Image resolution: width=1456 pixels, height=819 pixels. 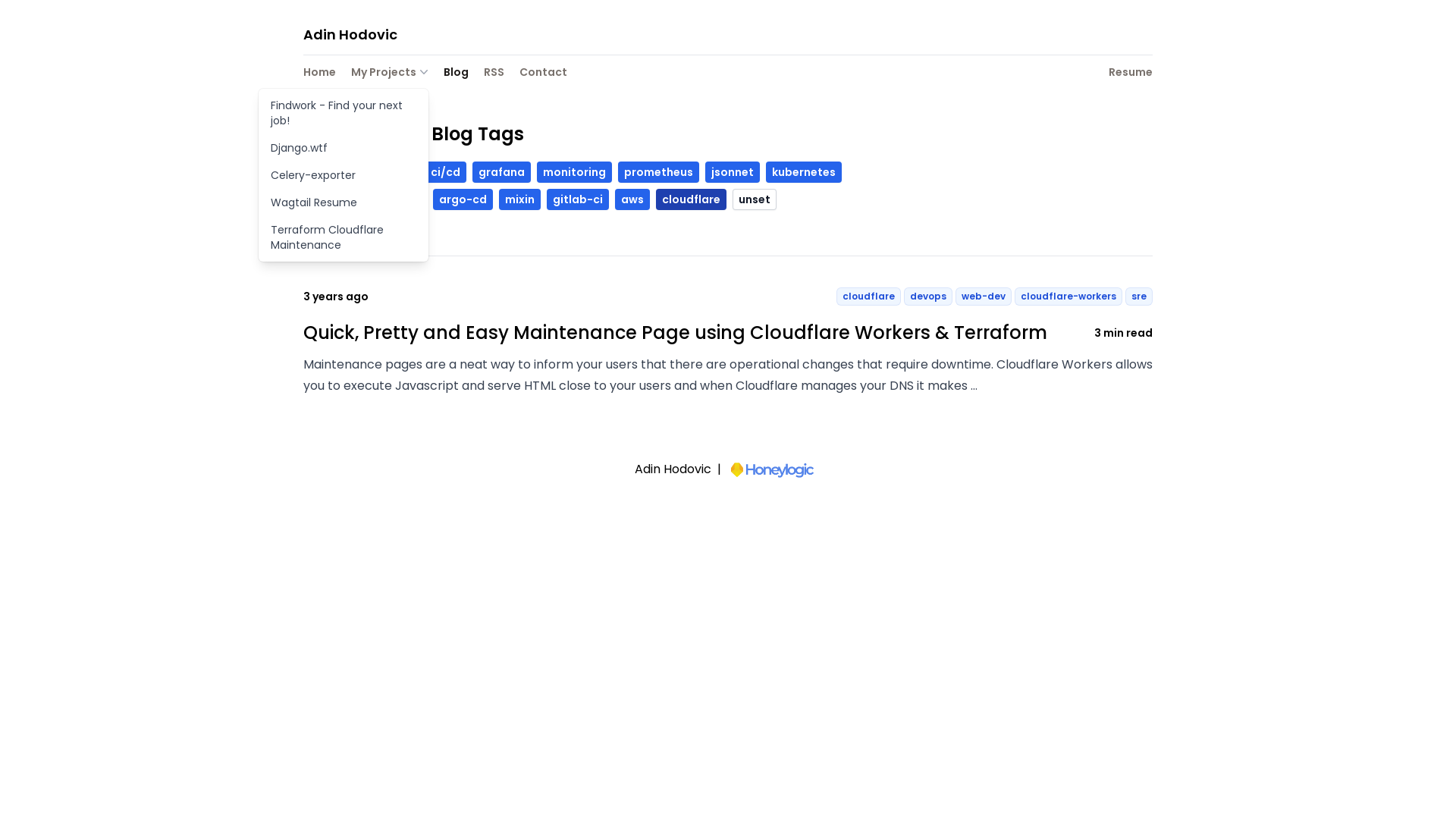 What do you see at coordinates (494, 73) in the screenshot?
I see `'RSS'` at bounding box center [494, 73].